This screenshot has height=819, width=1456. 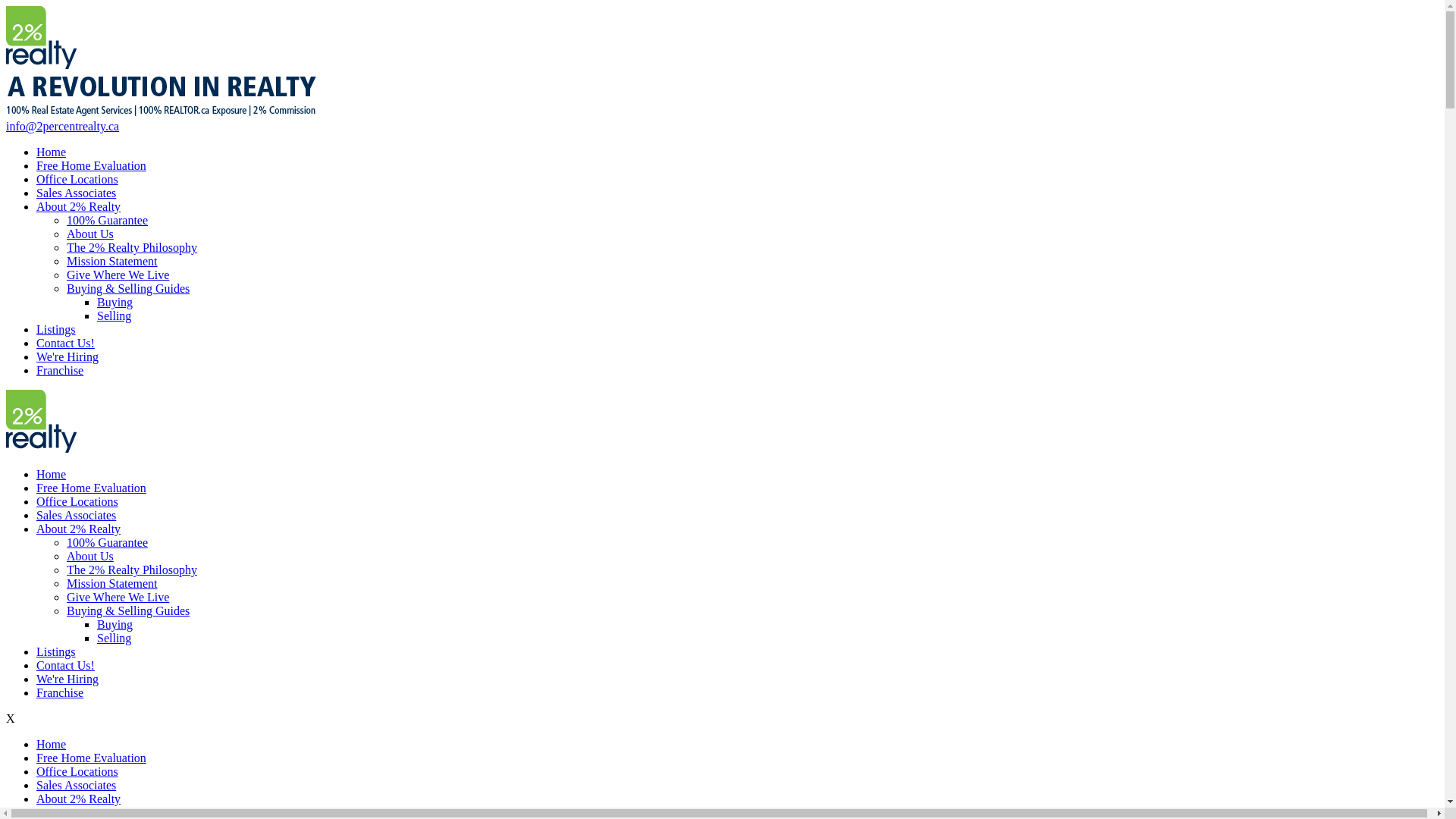 What do you see at coordinates (36, 798) in the screenshot?
I see `'About 2% Realty'` at bounding box center [36, 798].